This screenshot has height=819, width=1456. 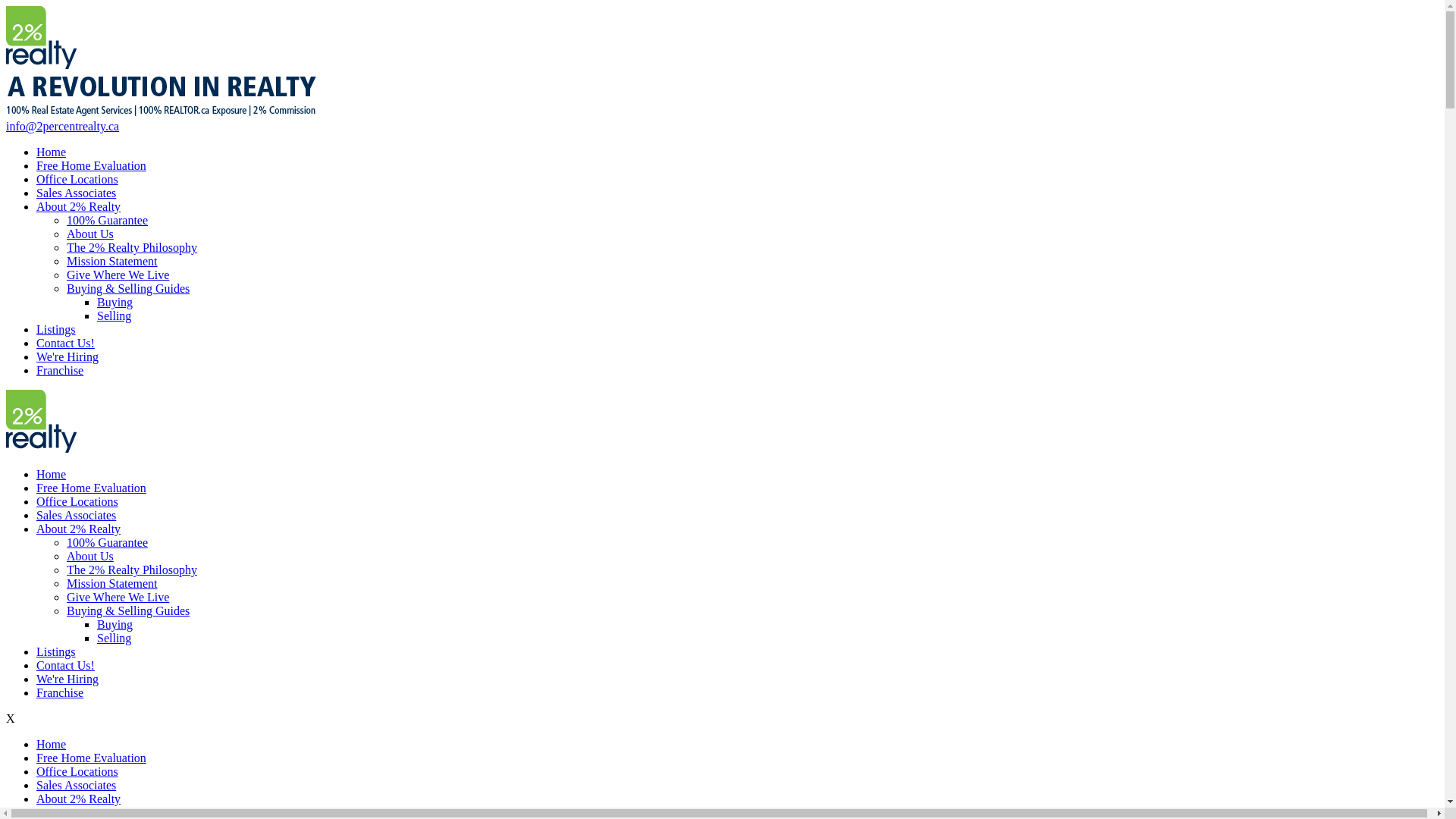 What do you see at coordinates (36, 798) in the screenshot?
I see `'About 2% Realty'` at bounding box center [36, 798].